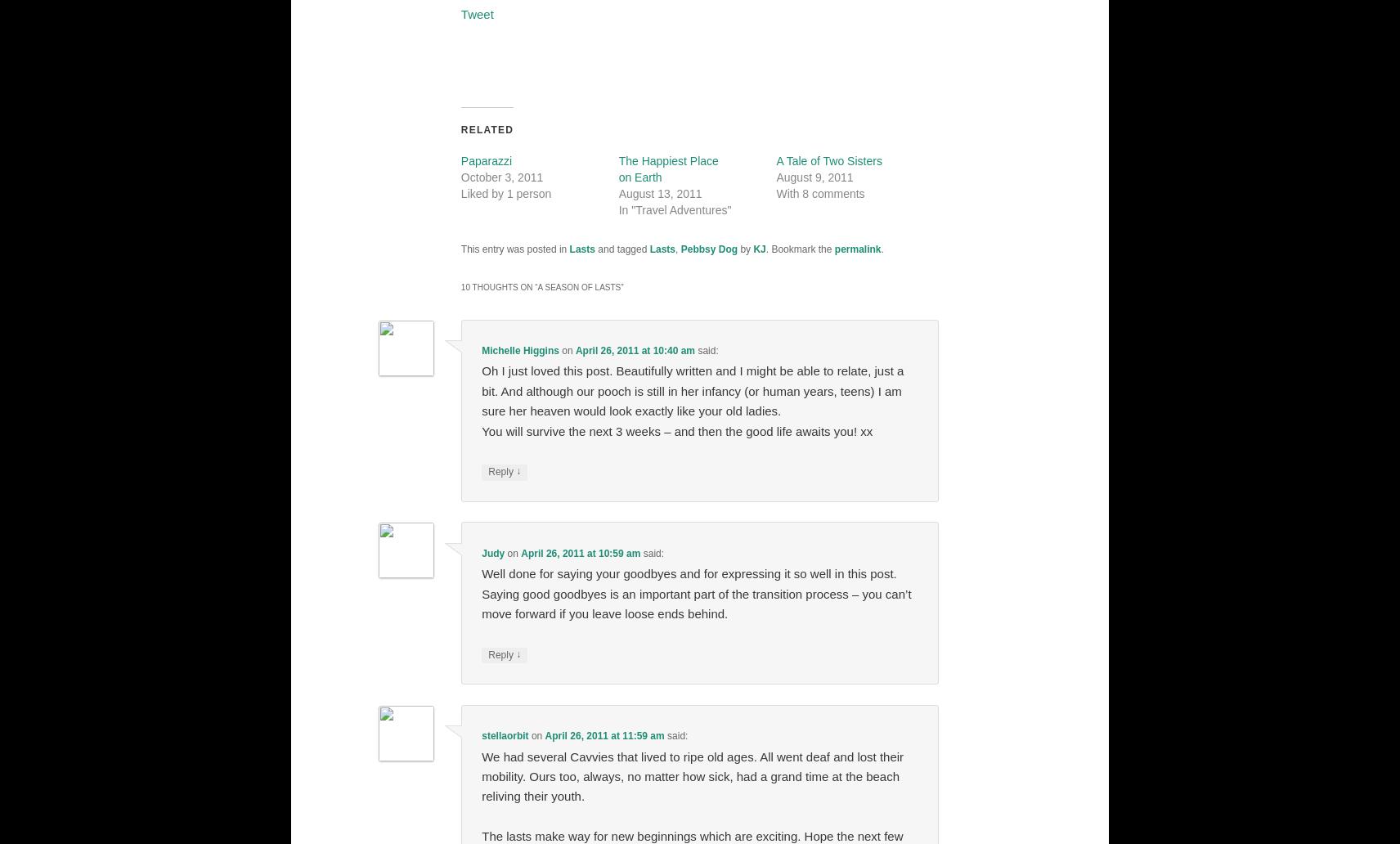 Image resolution: width=1400 pixels, height=844 pixels. What do you see at coordinates (635, 350) in the screenshot?
I see `'April 26, 2011 at 10:40 am'` at bounding box center [635, 350].